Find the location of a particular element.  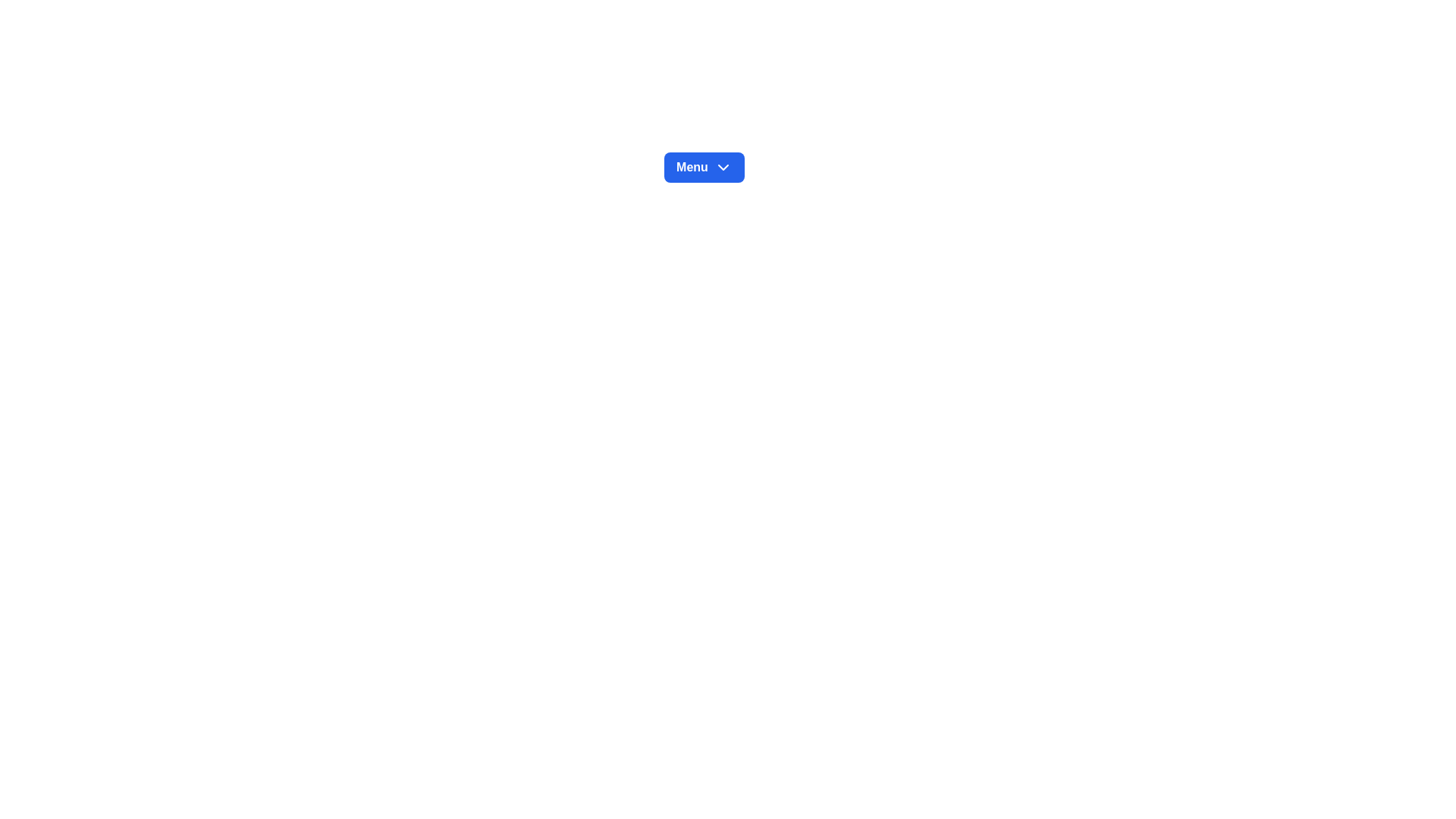

the chevron icon located to the far right of the blue rectangular button labeled 'Menu' is located at coordinates (722, 167).